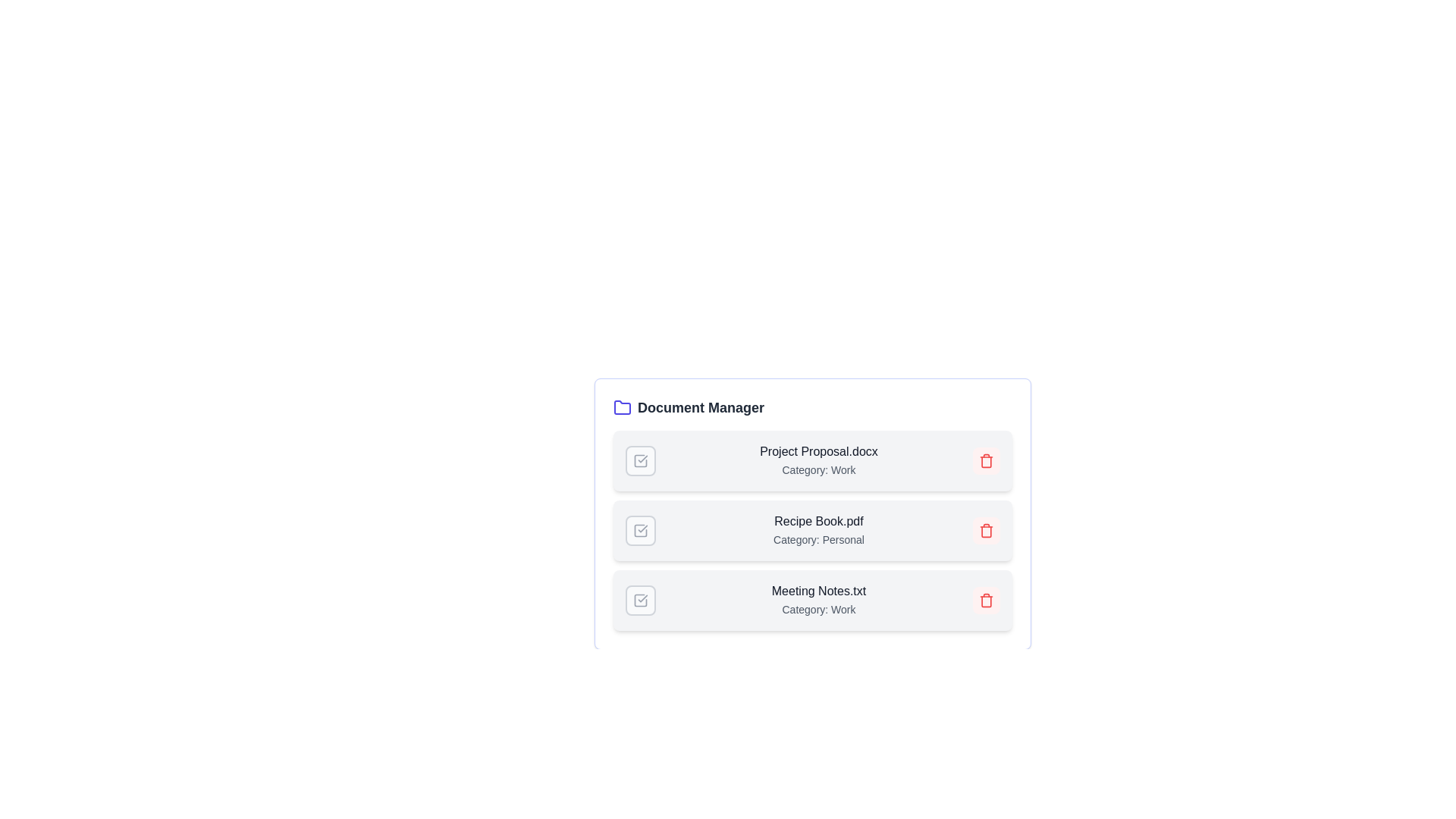 Image resolution: width=1456 pixels, height=819 pixels. What do you see at coordinates (811, 599) in the screenshot?
I see `the List item displaying 'Meeting Notes.txt'` at bounding box center [811, 599].